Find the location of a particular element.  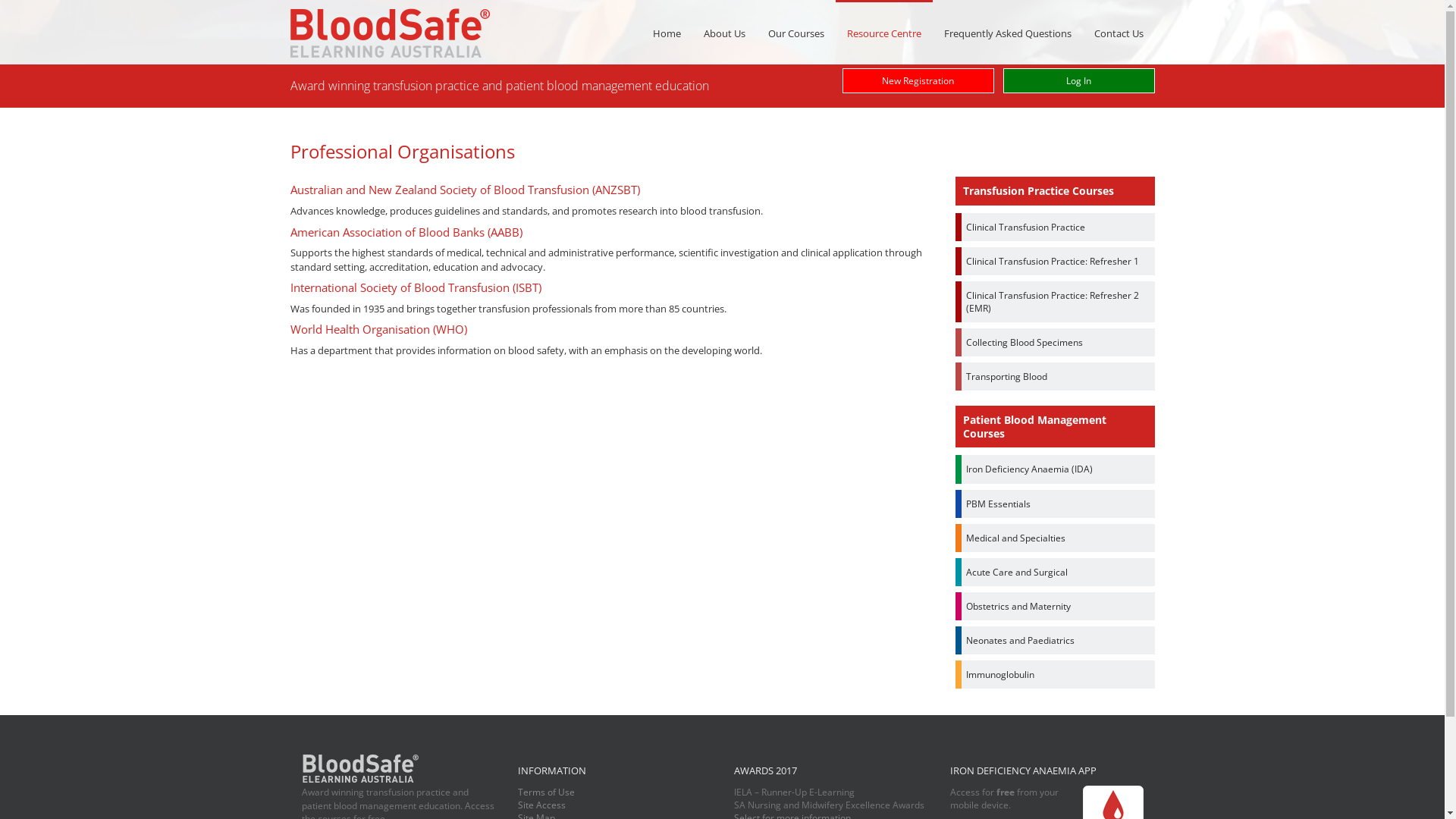

'Log In' is located at coordinates (1077, 80).